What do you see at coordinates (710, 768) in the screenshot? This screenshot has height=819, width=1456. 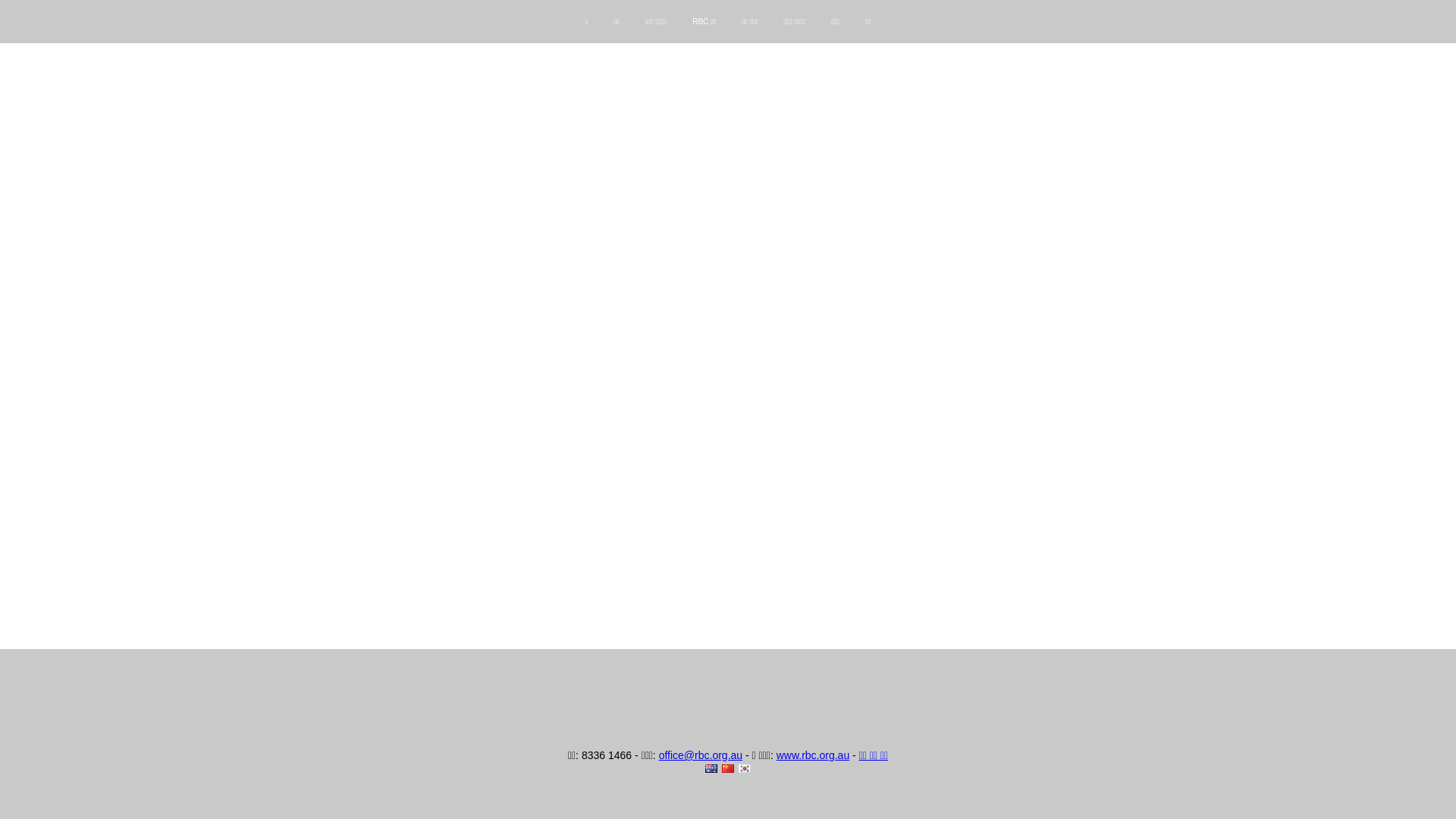 I see `'English'` at bounding box center [710, 768].